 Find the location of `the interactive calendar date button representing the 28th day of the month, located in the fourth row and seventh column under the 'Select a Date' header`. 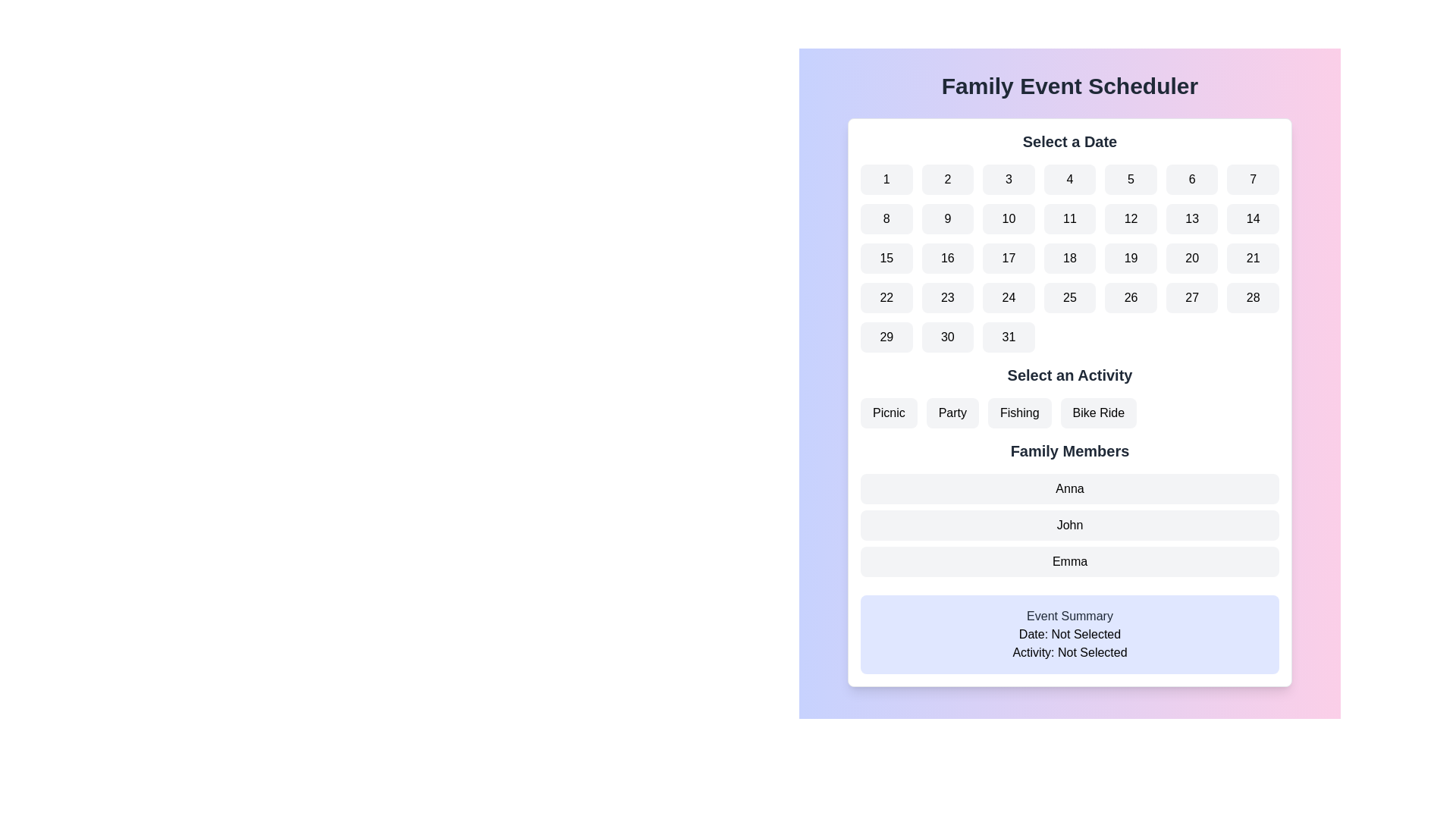

the interactive calendar date button representing the 28th day of the month, located in the fourth row and seventh column under the 'Select a Date' header is located at coordinates (1253, 298).